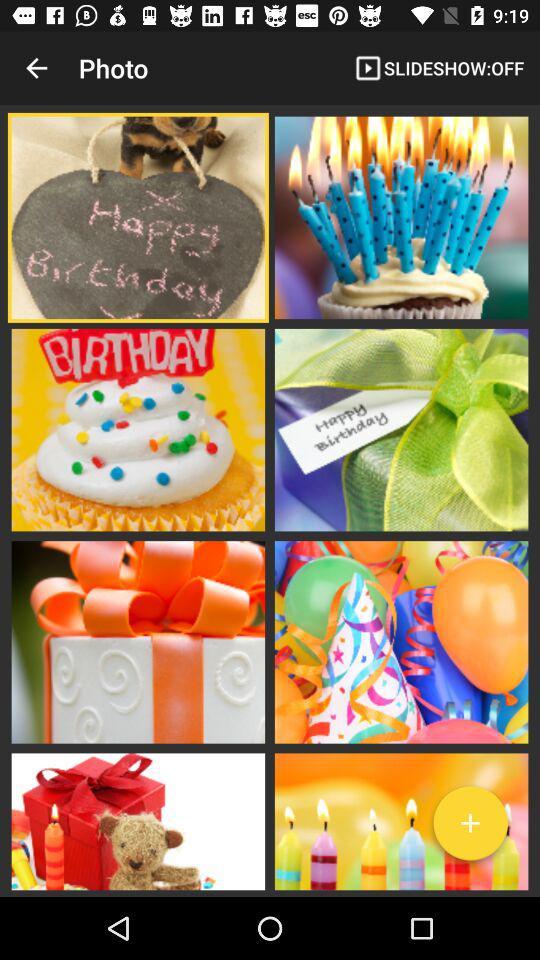  I want to click on the app to the left of the photo, so click(36, 68).